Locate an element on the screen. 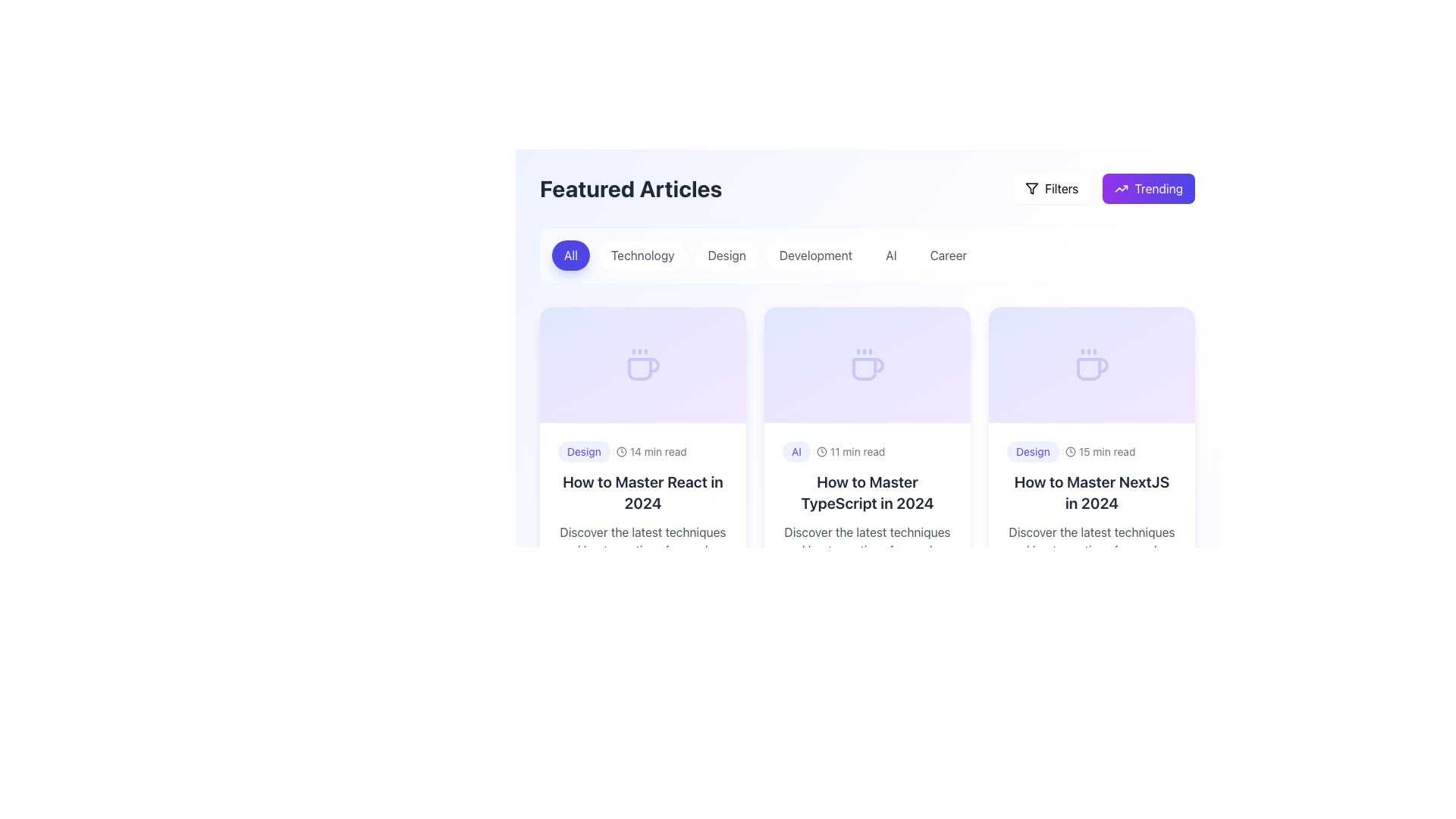 Image resolution: width=1456 pixels, height=819 pixels. non-interactive text and icon group component displaying the label 'AI', the clock icon, and the text '11 min read', located in the second column of the card grid under 'Featured Articles' is located at coordinates (867, 451).